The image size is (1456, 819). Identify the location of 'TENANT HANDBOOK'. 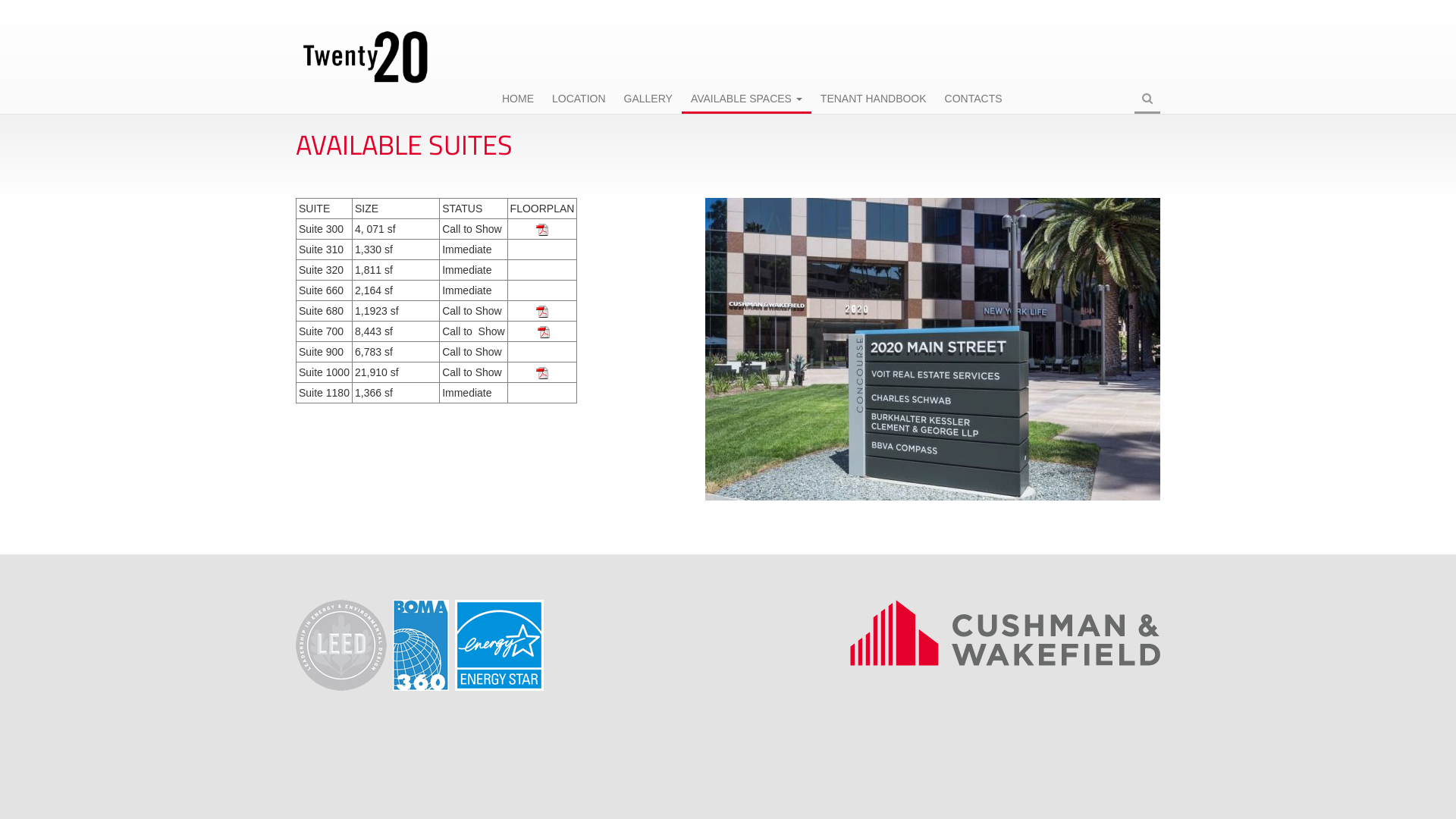
(874, 99).